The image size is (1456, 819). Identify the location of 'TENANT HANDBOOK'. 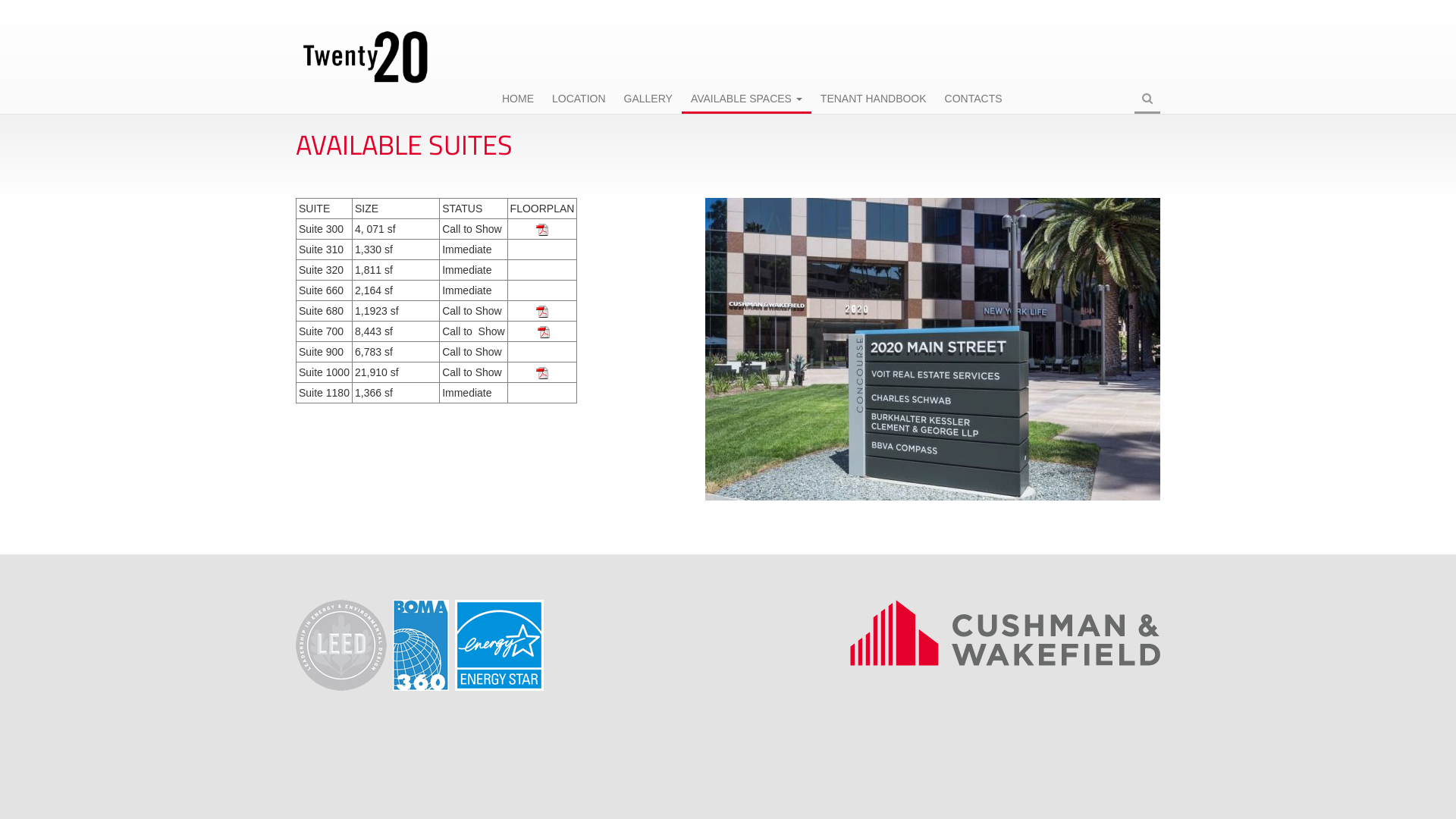
(874, 99).